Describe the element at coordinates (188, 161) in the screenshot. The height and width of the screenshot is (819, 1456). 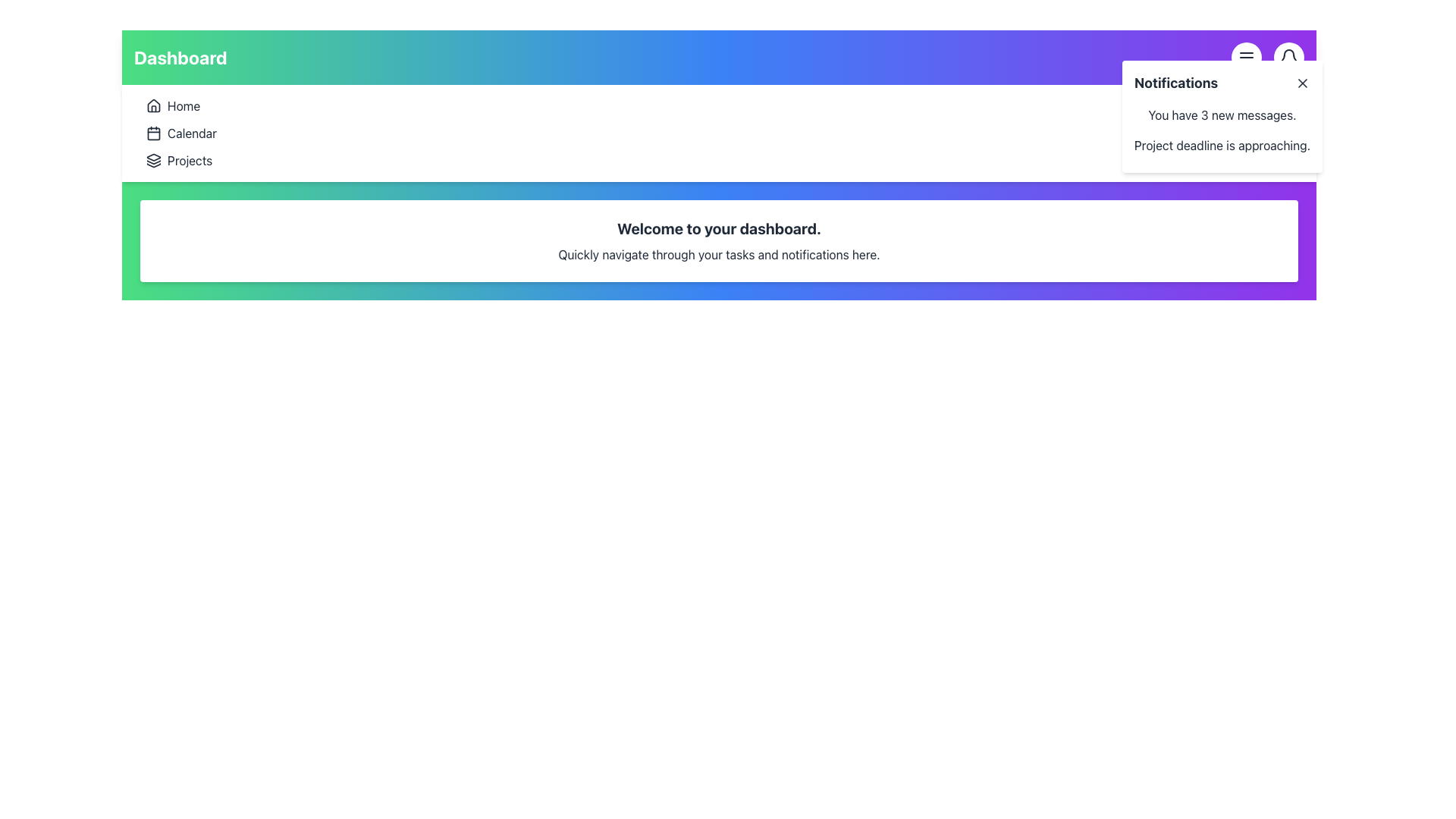
I see `the 'Projects' text label` at that location.